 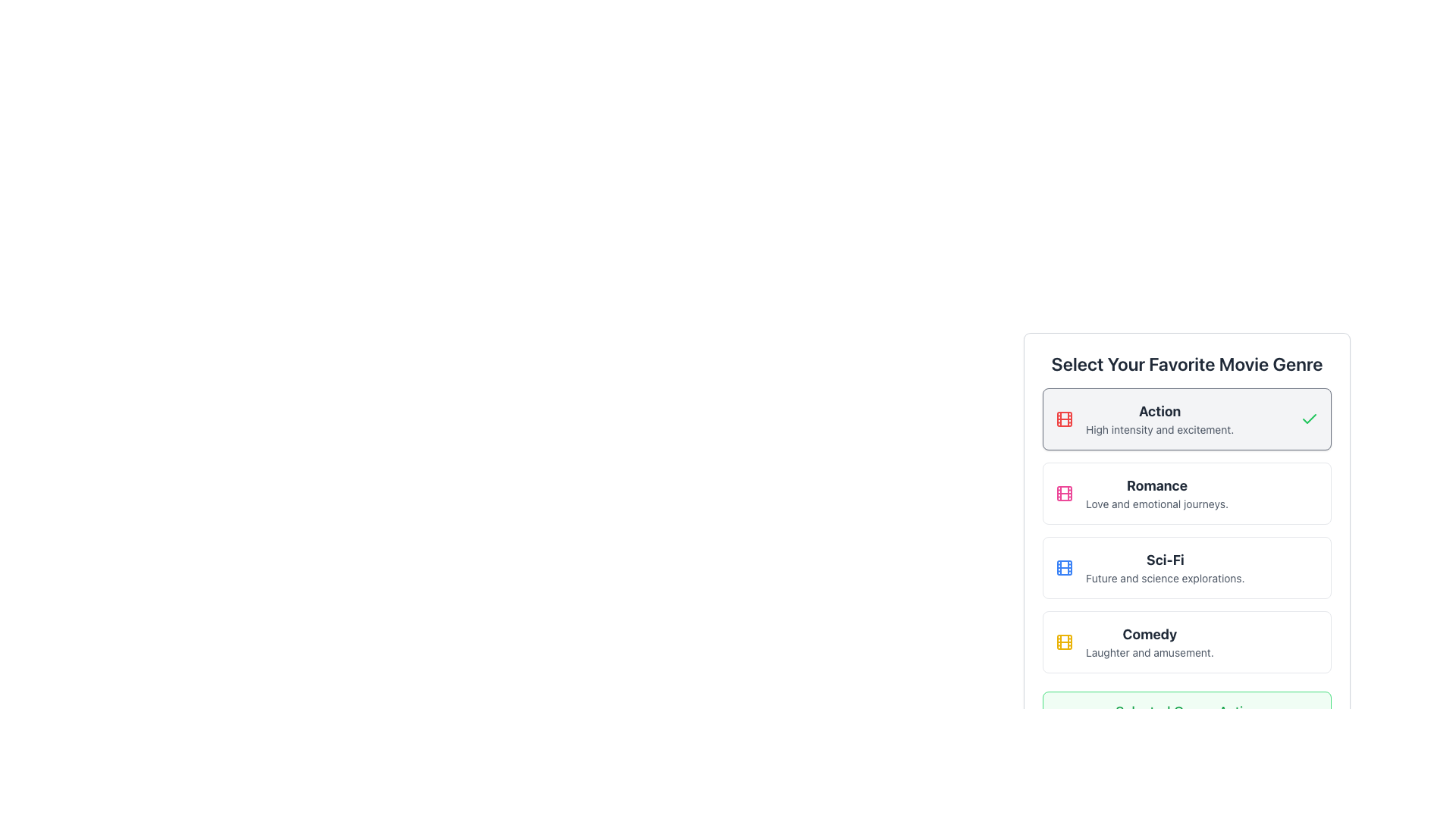 What do you see at coordinates (1164, 560) in the screenshot?
I see `the 'Sci-Fi' text label, which is the third element in a vertical list of movie genres, displayed in bold and large font above the description text` at bounding box center [1164, 560].